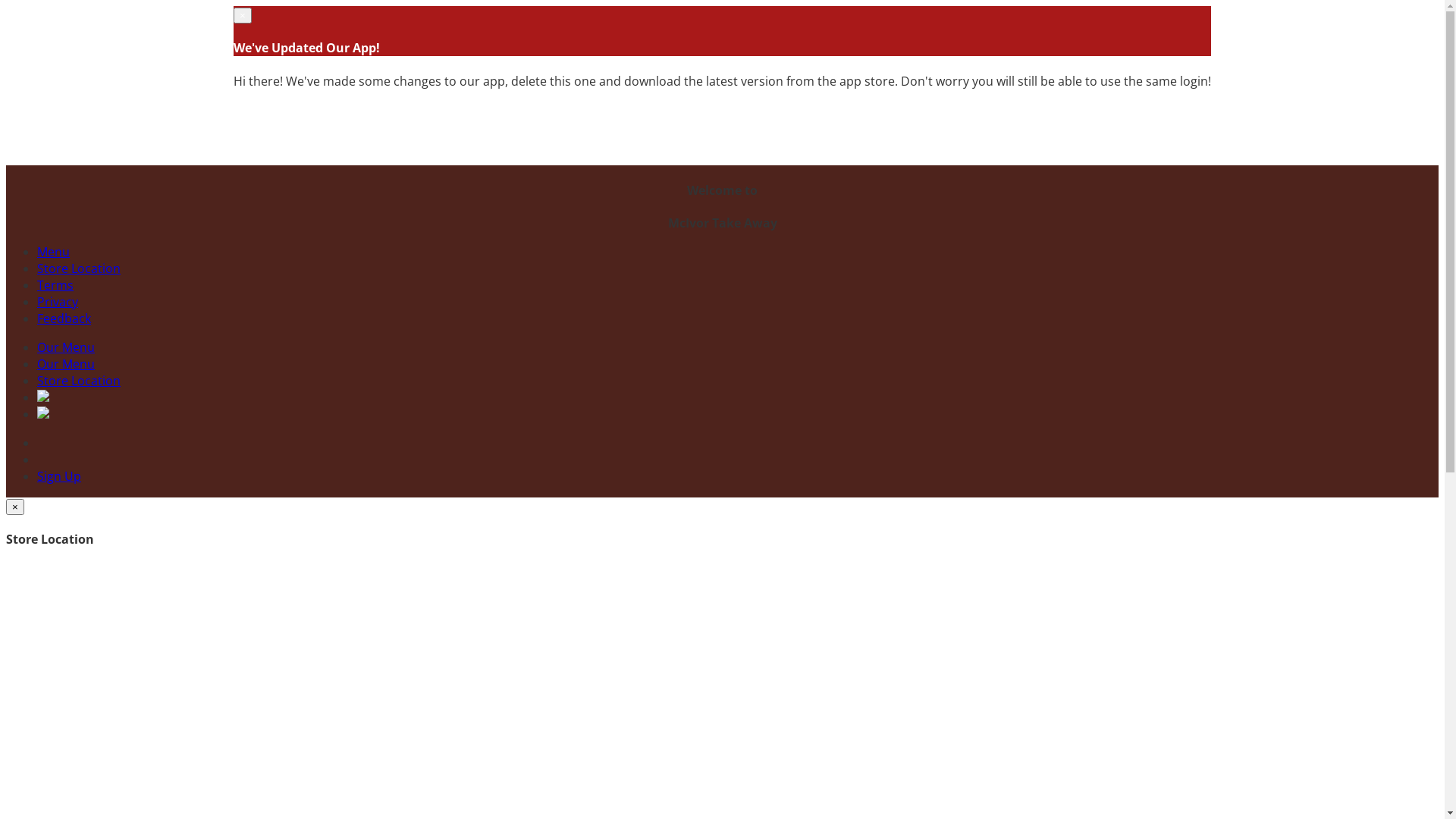 The image size is (1456, 819). What do you see at coordinates (64, 363) in the screenshot?
I see `'Our Menu'` at bounding box center [64, 363].